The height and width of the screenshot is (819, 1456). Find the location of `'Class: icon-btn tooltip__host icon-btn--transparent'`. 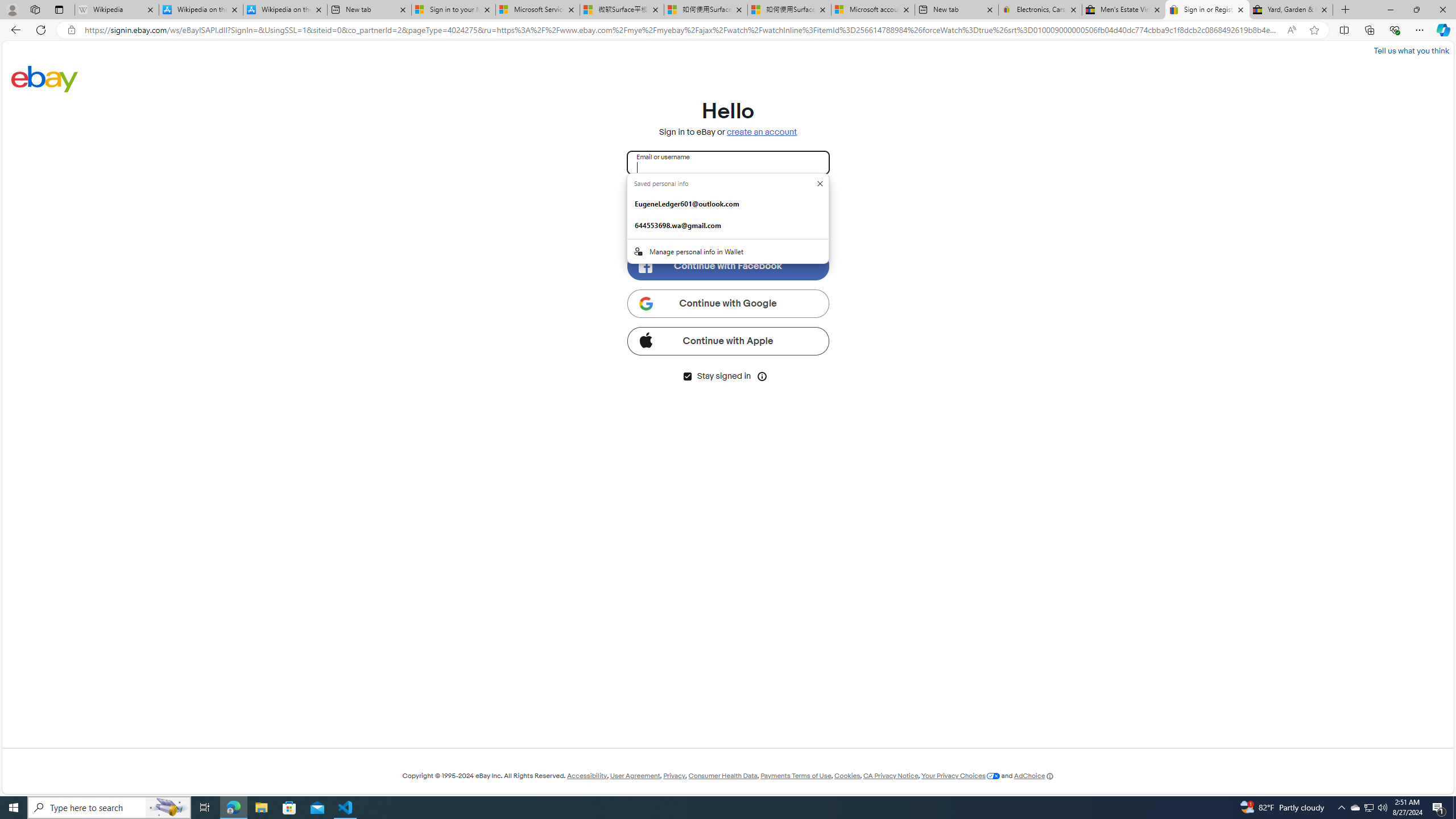

'Class: icon-btn tooltip__host icon-btn--transparent' is located at coordinates (763, 375).